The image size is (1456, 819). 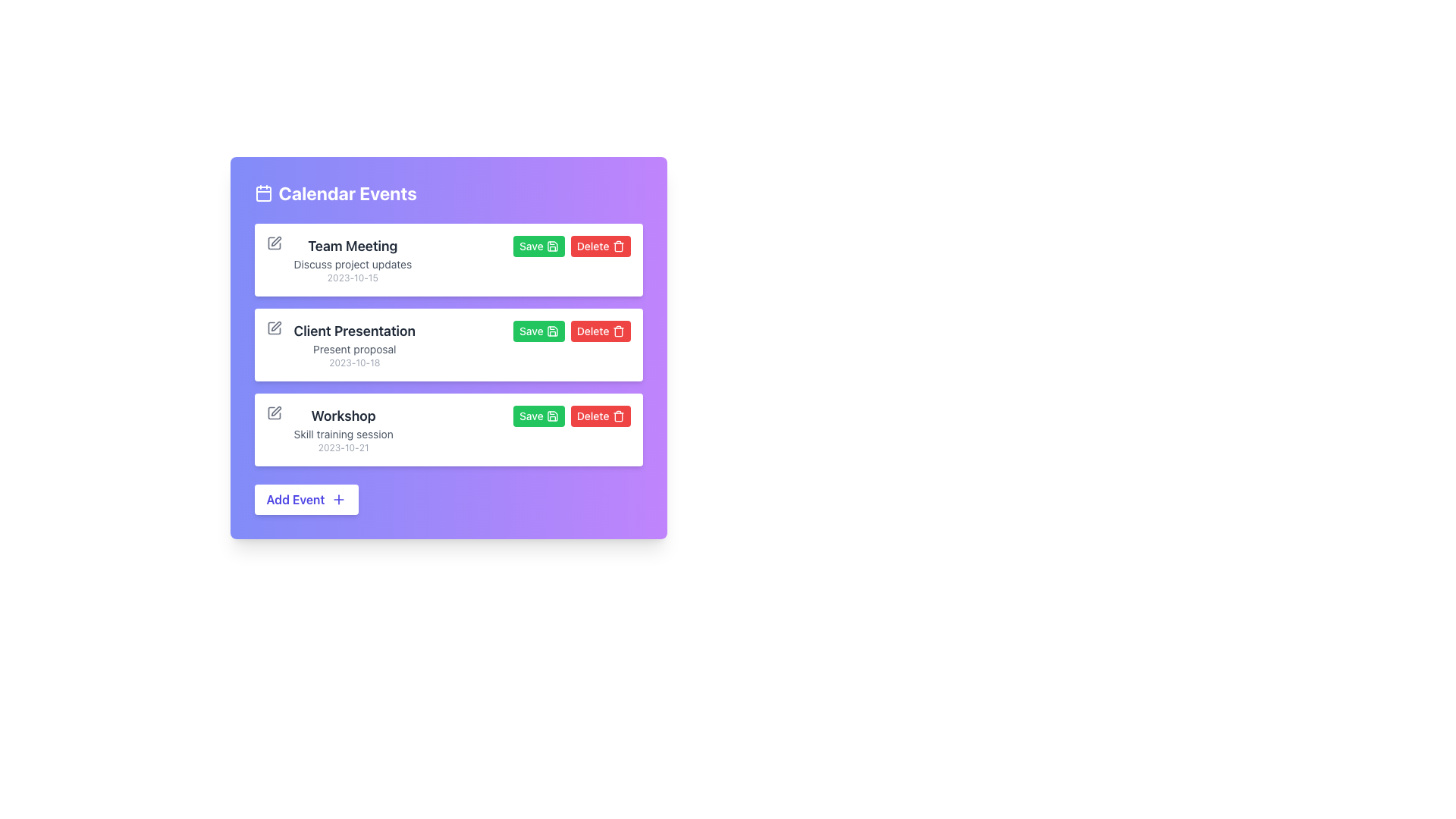 I want to click on the delete icon located at the right end of the red 'Delete' button in the action panel for the 'Workshop' event, so click(x=618, y=416).